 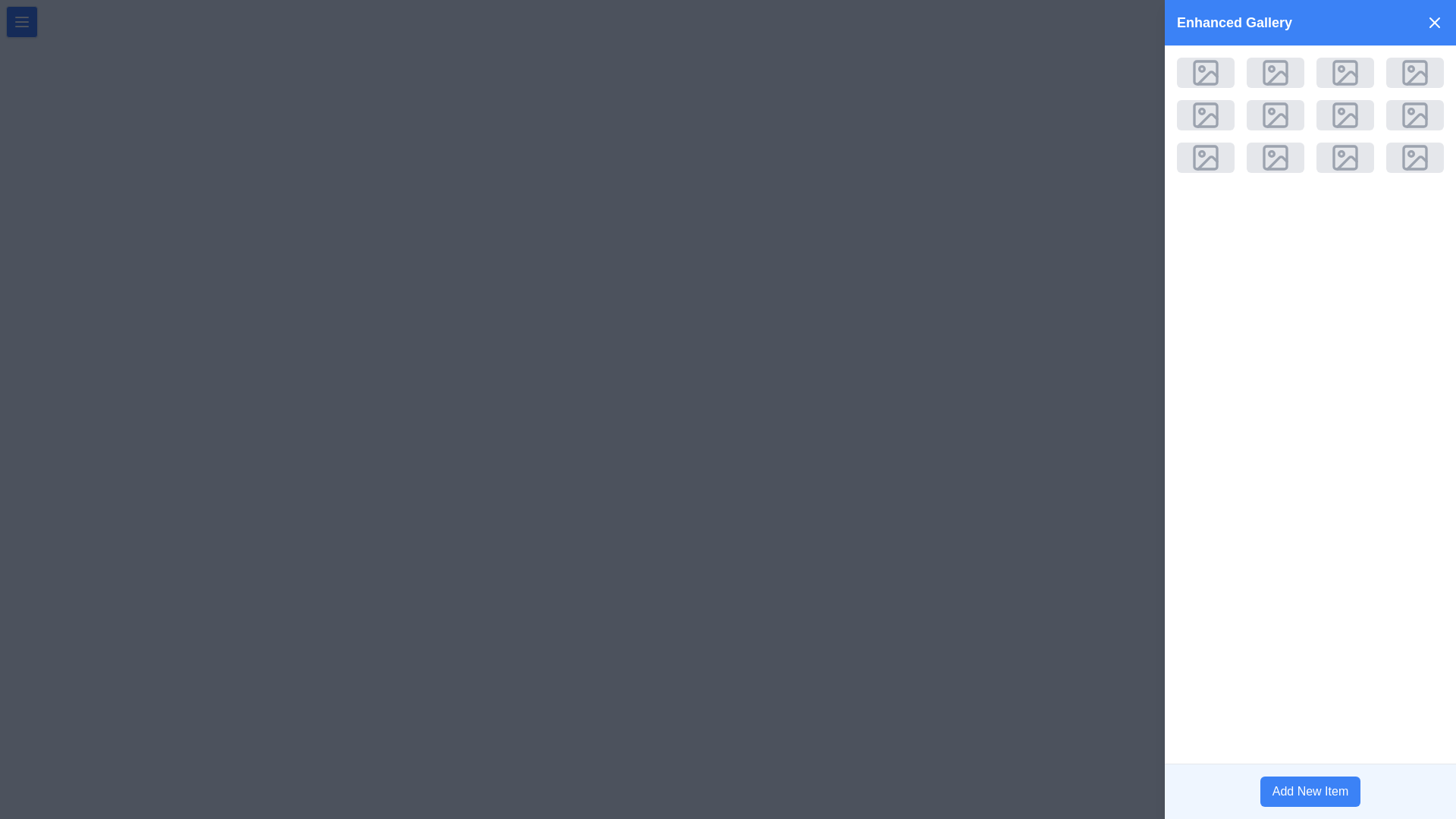 What do you see at coordinates (1274, 158) in the screenshot?
I see `the image placeholder in the Enhanced Gallery interface` at bounding box center [1274, 158].